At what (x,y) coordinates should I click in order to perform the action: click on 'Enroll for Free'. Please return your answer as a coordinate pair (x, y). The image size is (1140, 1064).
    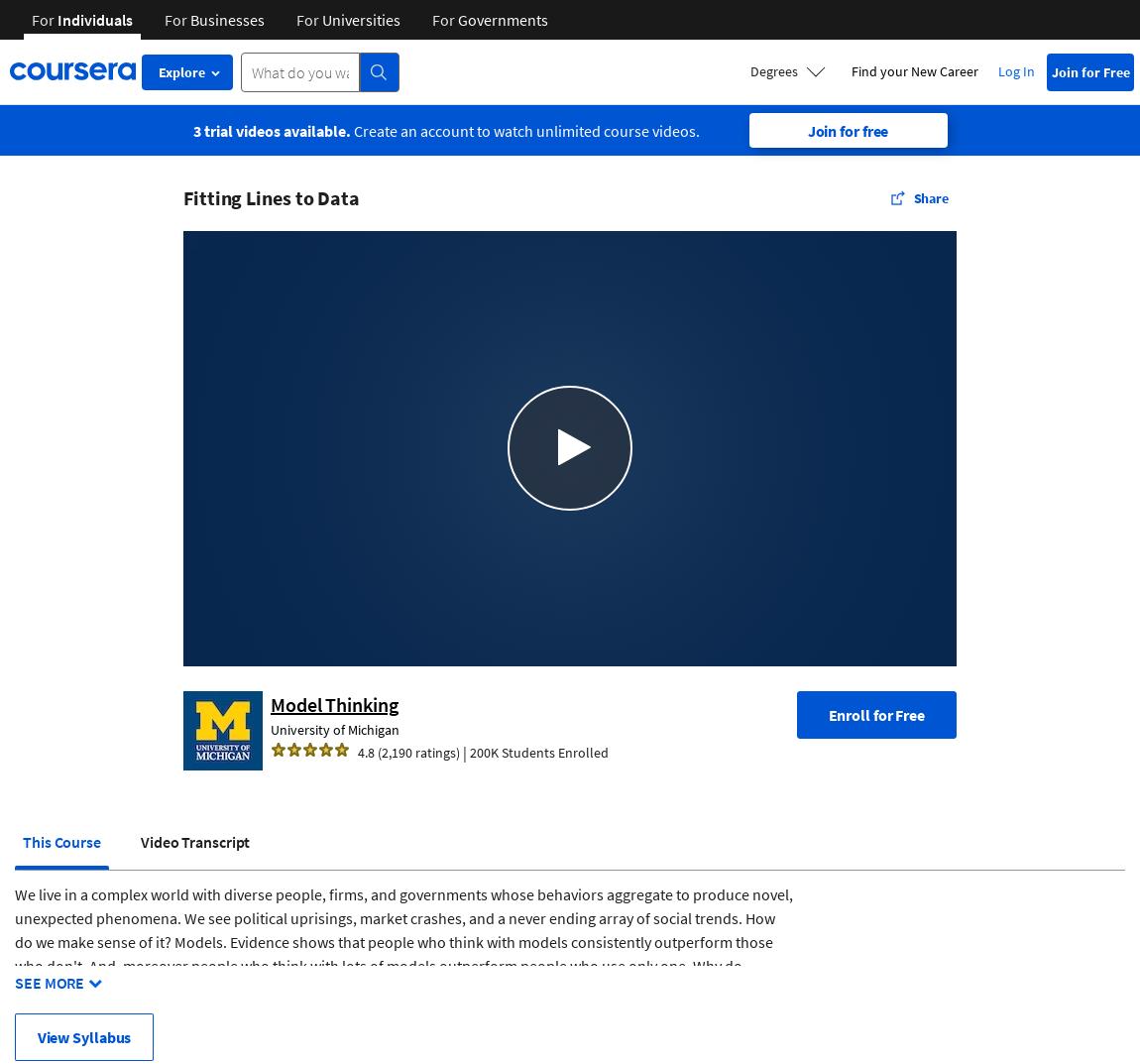
    Looking at the image, I should click on (876, 712).